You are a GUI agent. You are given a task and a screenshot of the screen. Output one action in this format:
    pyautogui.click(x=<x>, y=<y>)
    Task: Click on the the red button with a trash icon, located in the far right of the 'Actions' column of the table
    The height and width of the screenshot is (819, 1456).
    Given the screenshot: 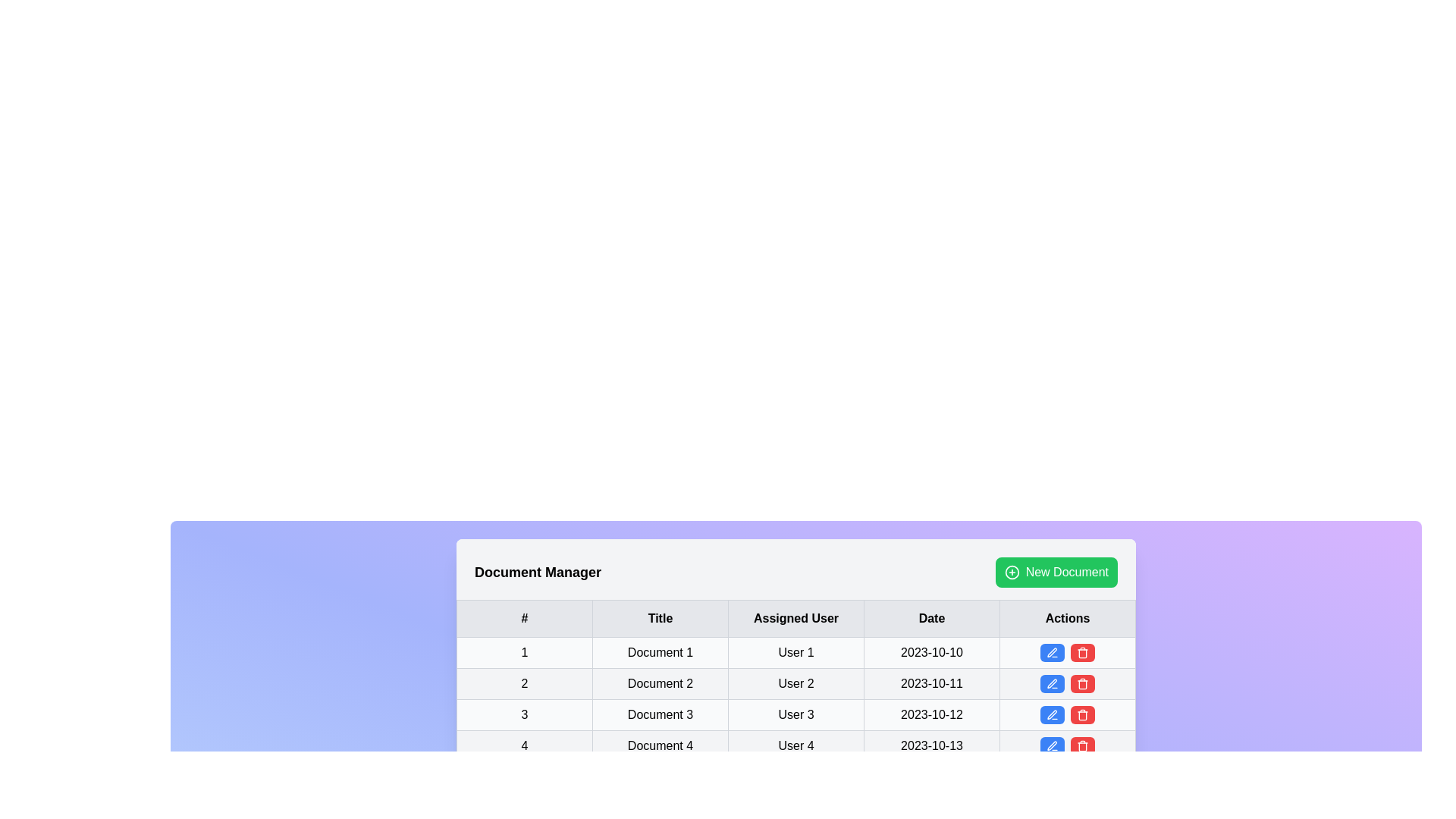 What is the action you would take?
    pyautogui.click(x=1082, y=745)
    